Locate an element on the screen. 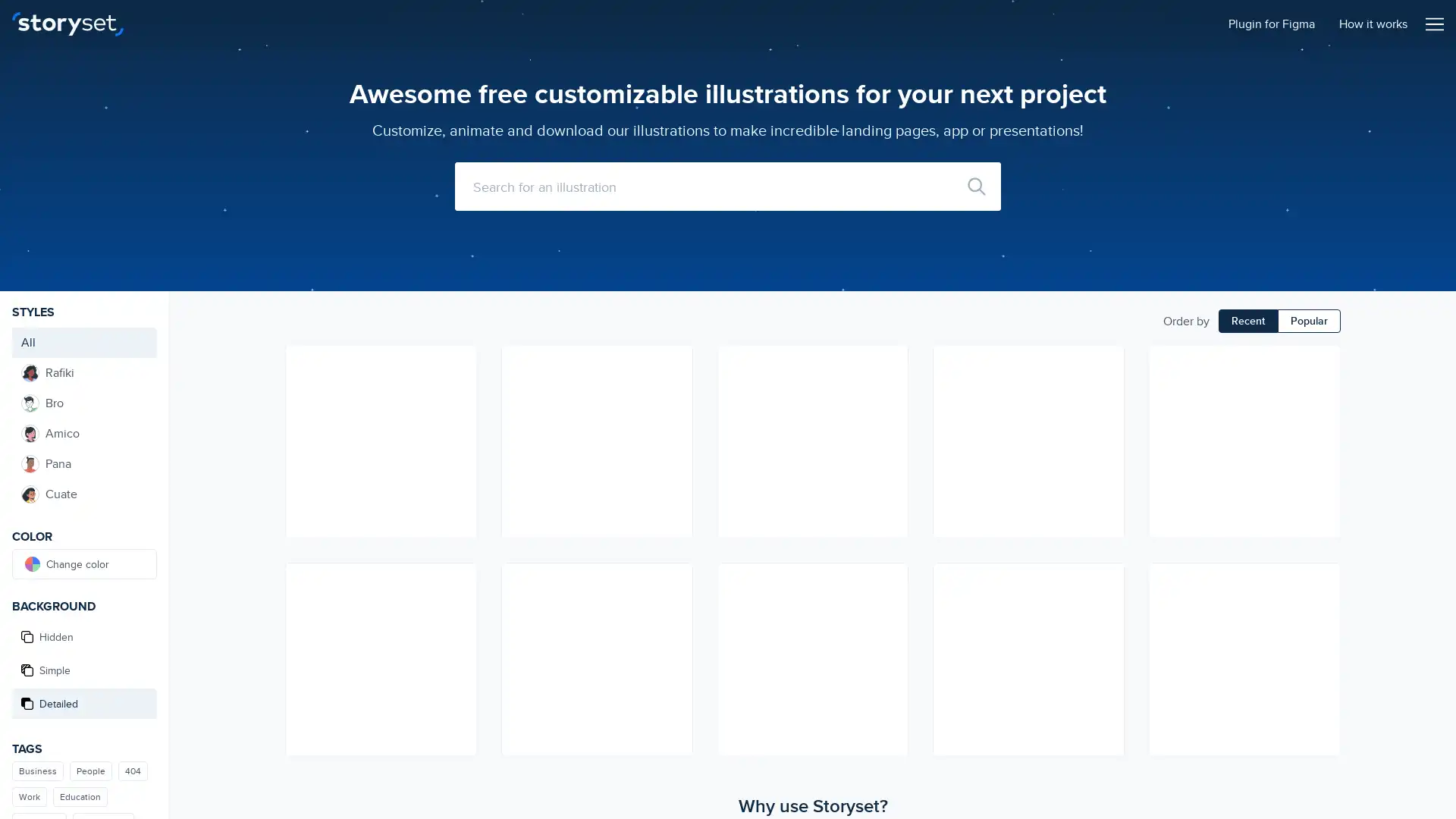  download icon Download is located at coordinates (457, 607).